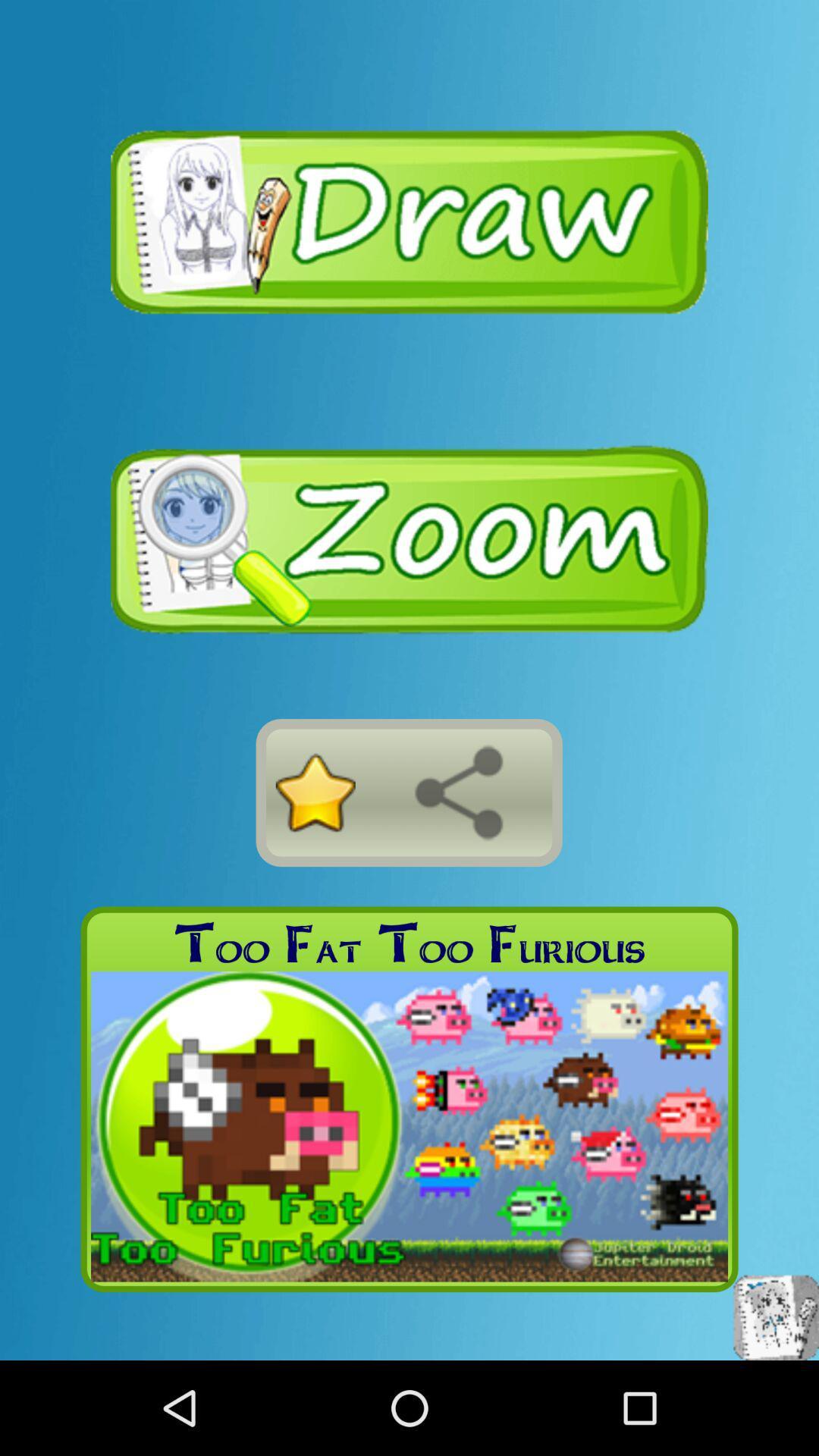  I want to click on the app above the too fat too item, so click(458, 792).